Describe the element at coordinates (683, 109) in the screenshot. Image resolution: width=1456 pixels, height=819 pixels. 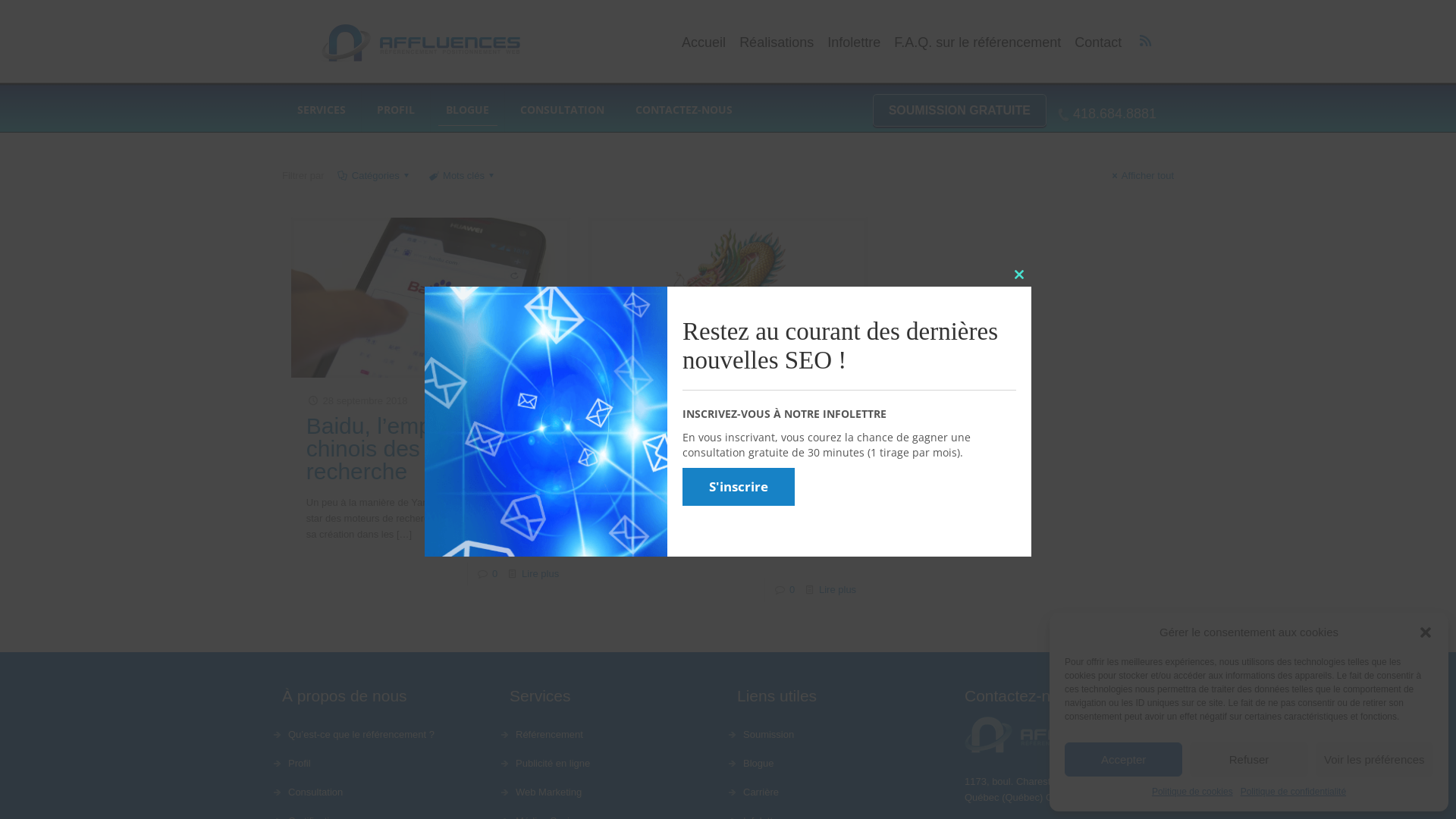
I see `'CONTACTEZ-NOUS'` at that location.